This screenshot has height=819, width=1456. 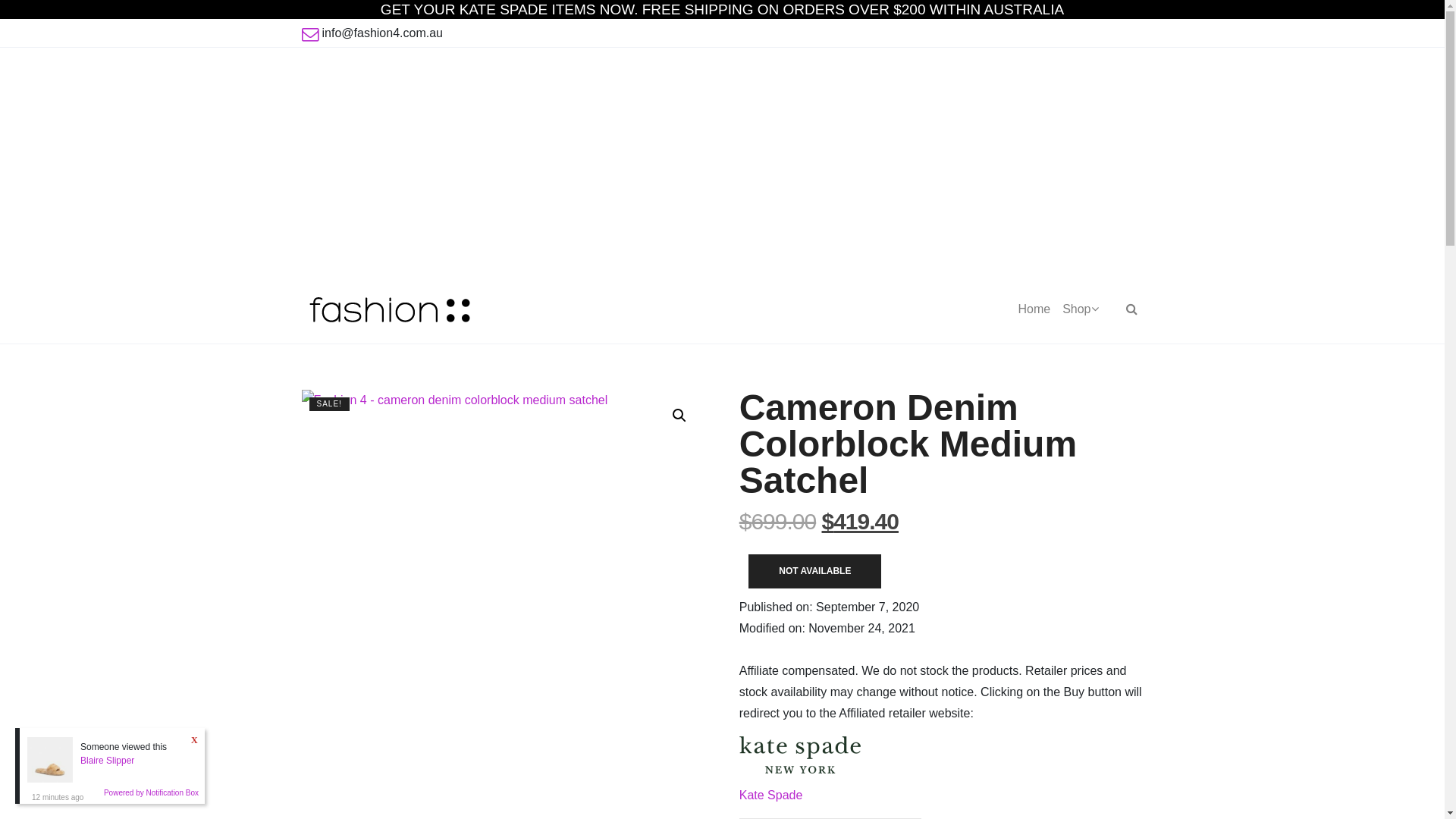 I want to click on 'NOT AVAILABLE', so click(x=814, y=571).